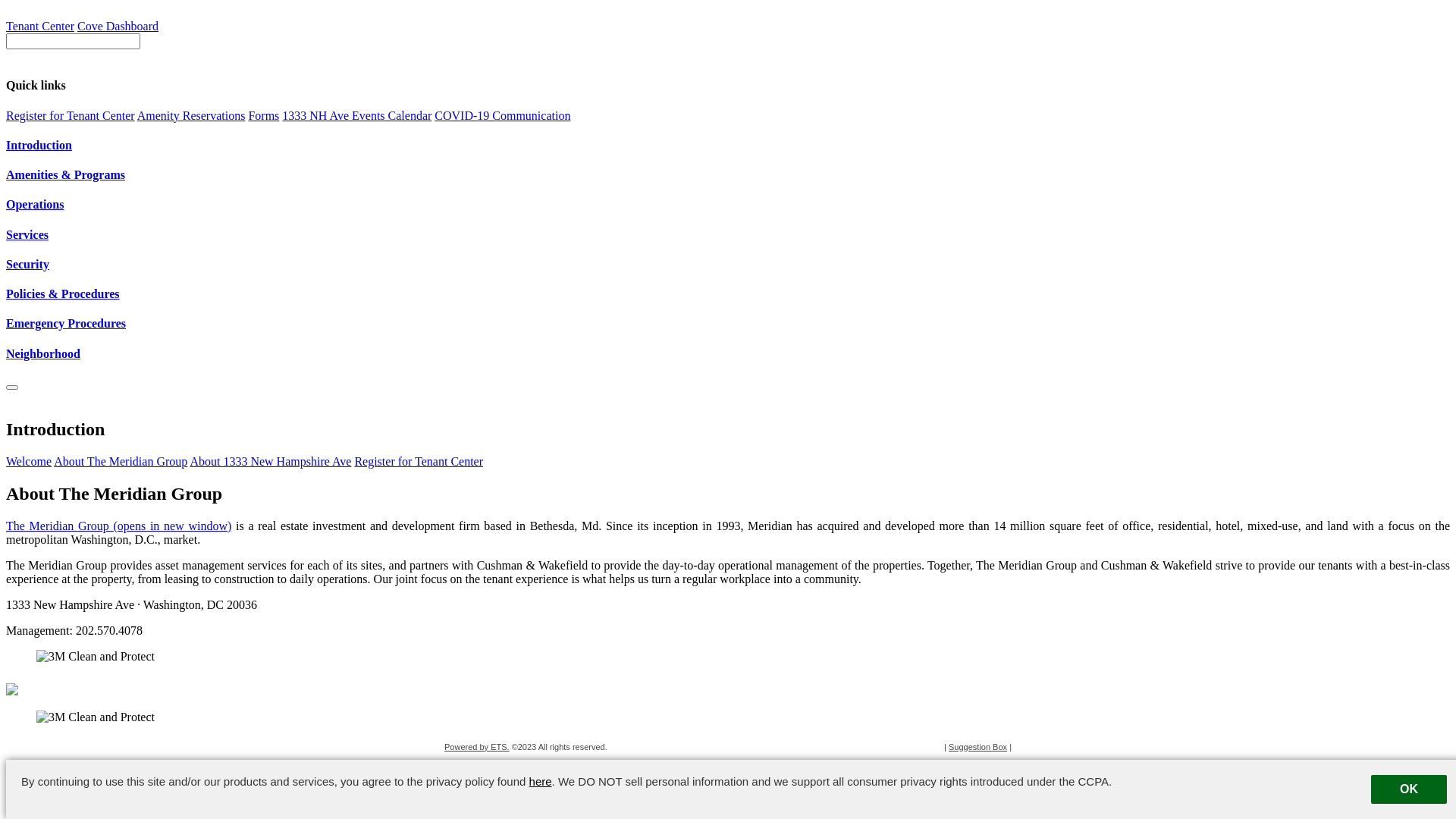  What do you see at coordinates (356, 115) in the screenshot?
I see `'1333 NH Ave Events Calendar'` at bounding box center [356, 115].